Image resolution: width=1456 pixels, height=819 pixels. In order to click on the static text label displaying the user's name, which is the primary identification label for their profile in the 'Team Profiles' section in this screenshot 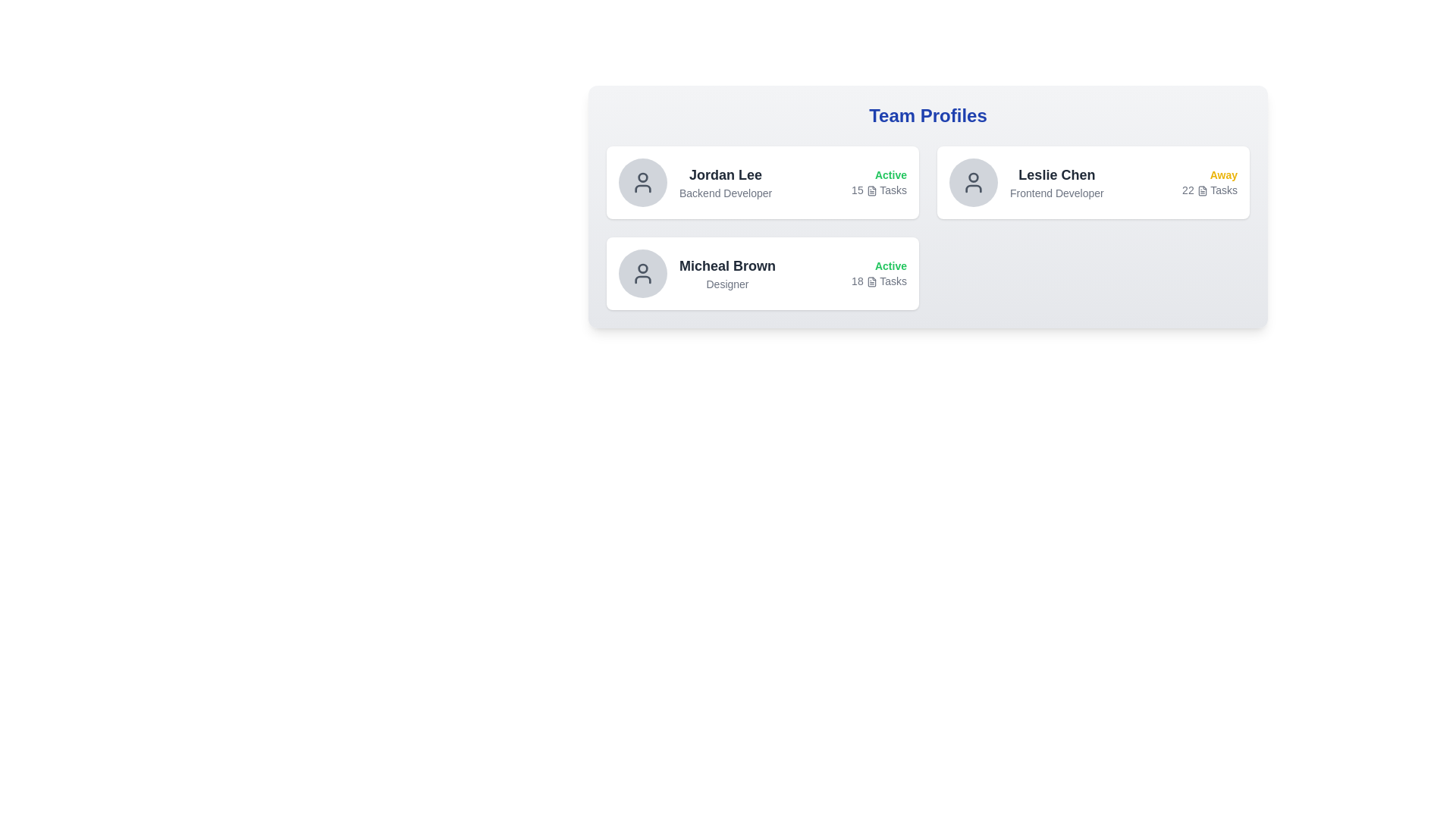, I will do `click(725, 174)`.